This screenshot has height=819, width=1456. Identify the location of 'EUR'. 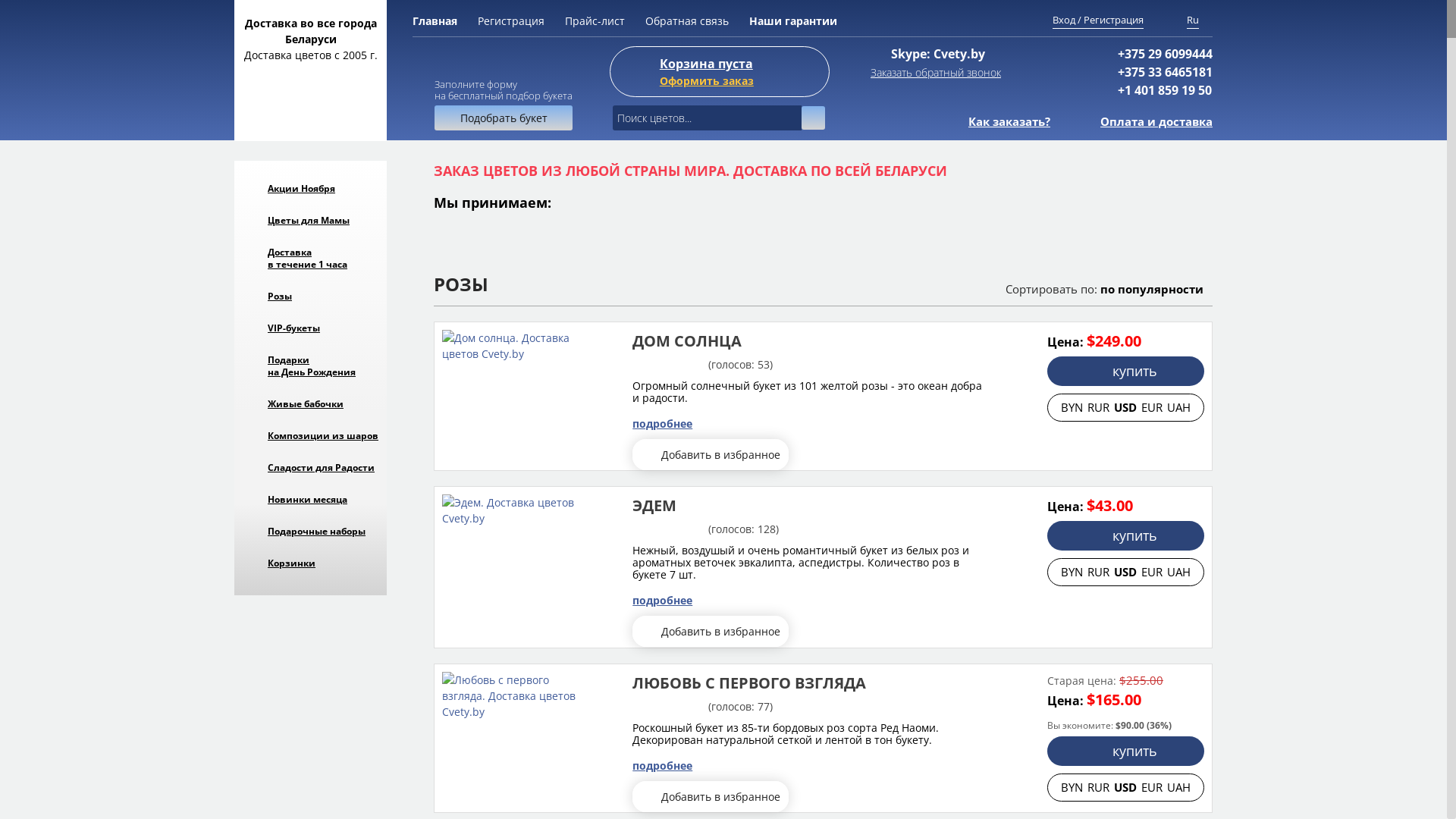
(1153, 406).